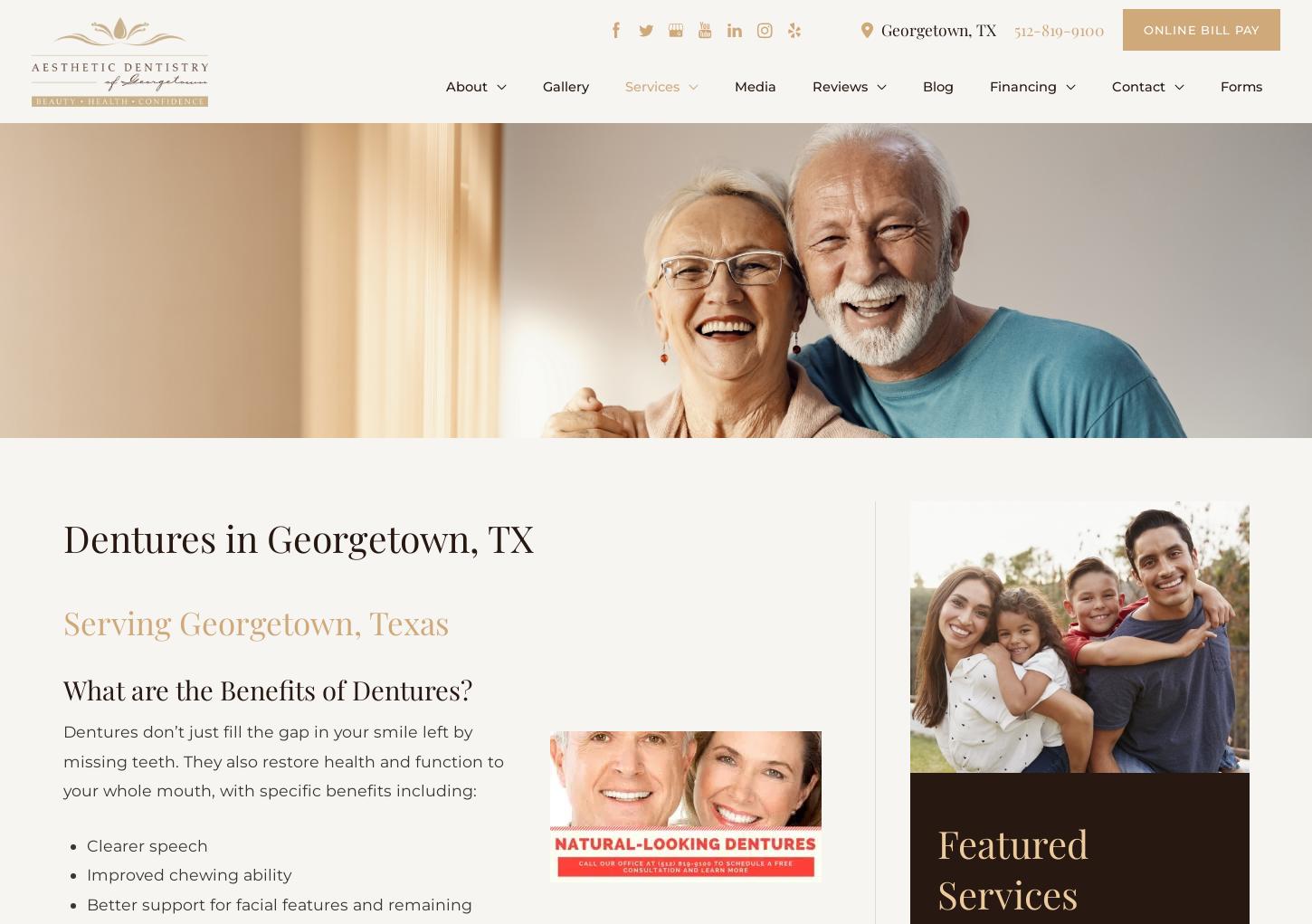 The image size is (1312, 924). I want to click on 'Online Bill Pay', so click(1201, 28).